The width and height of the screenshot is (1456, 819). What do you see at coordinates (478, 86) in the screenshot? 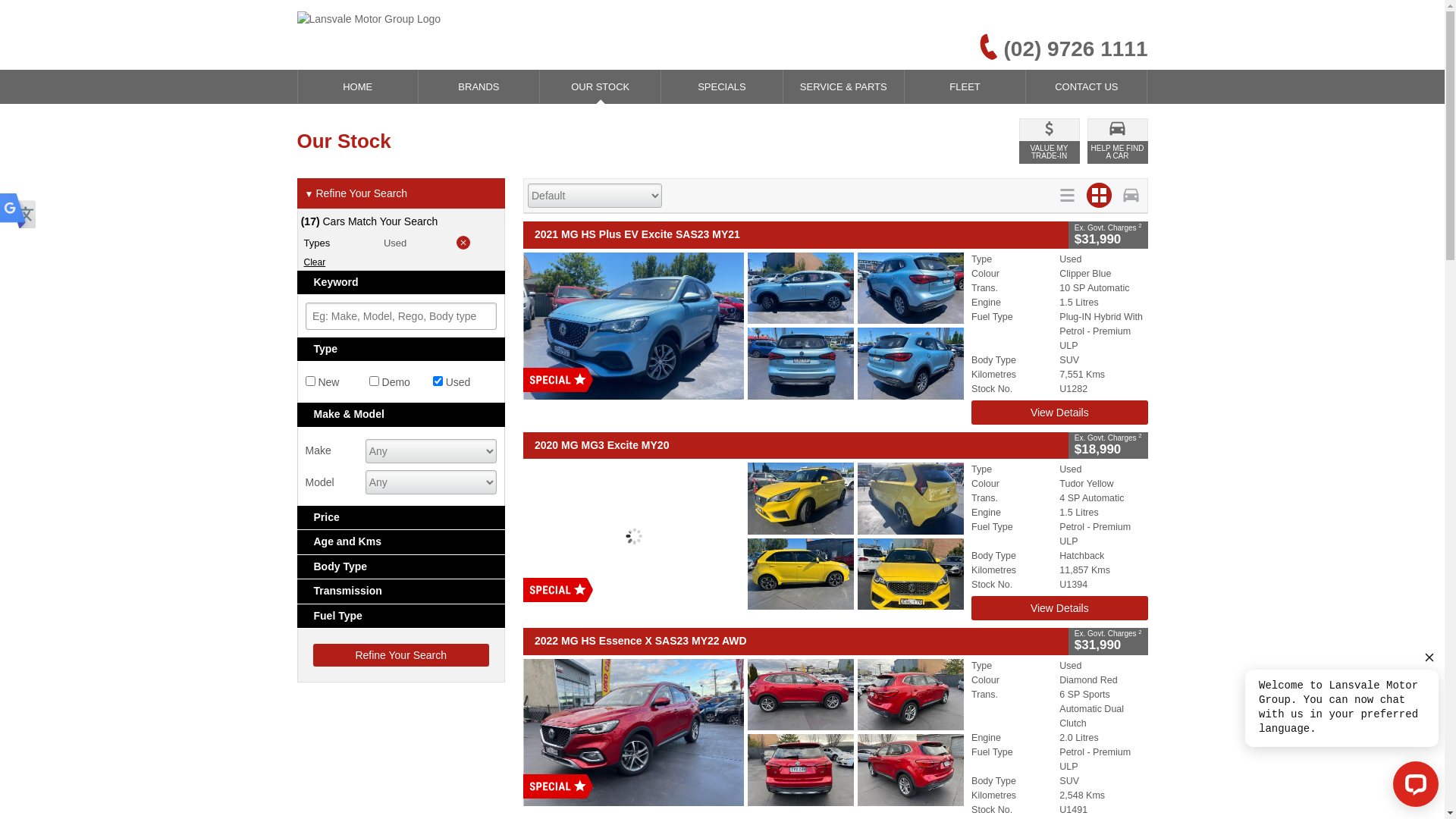
I see `'BRANDS'` at bounding box center [478, 86].